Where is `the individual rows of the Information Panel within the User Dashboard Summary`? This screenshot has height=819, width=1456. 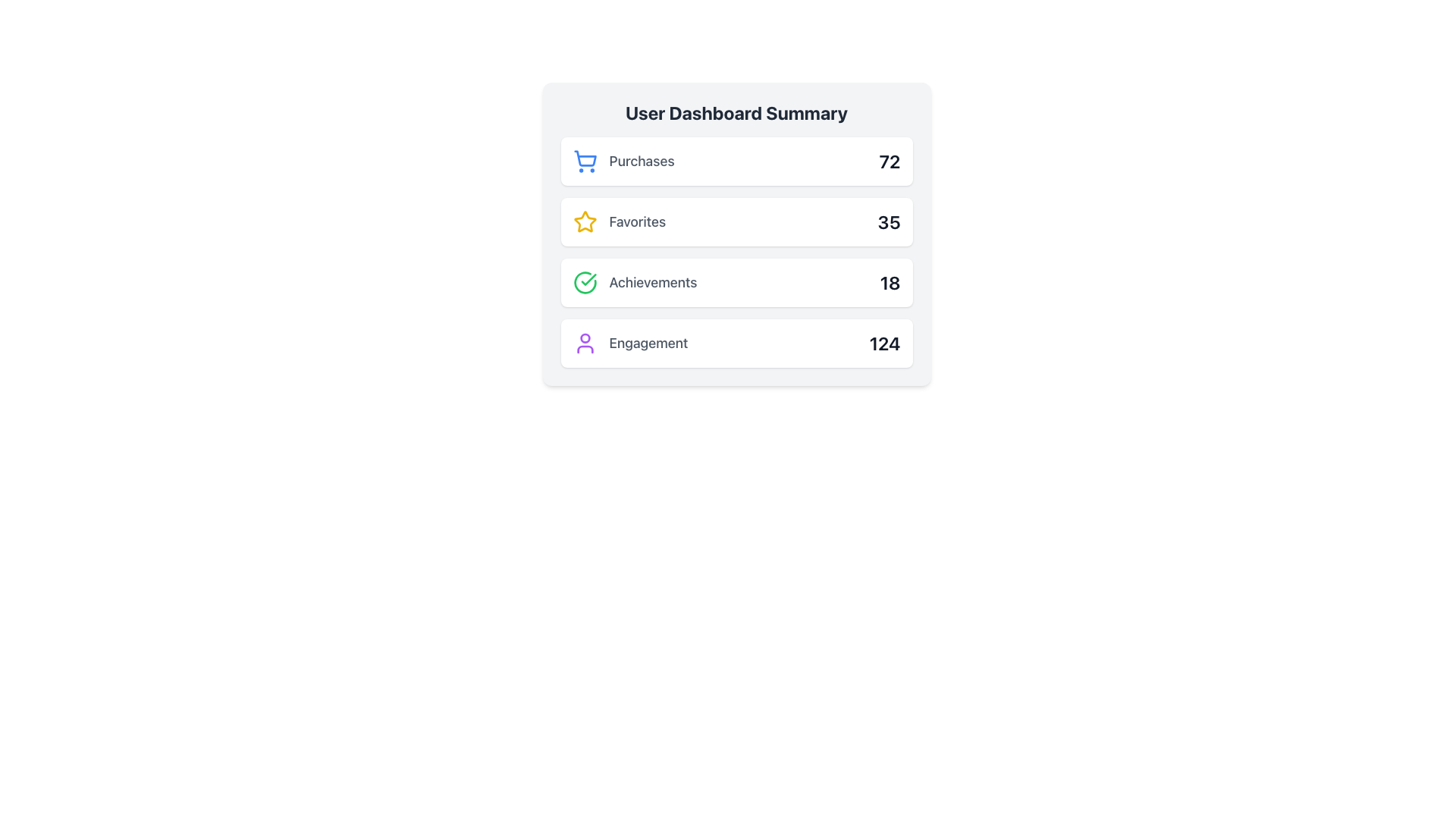
the individual rows of the Information Panel within the User Dashboard Summary is located at coordinates (736, 251).